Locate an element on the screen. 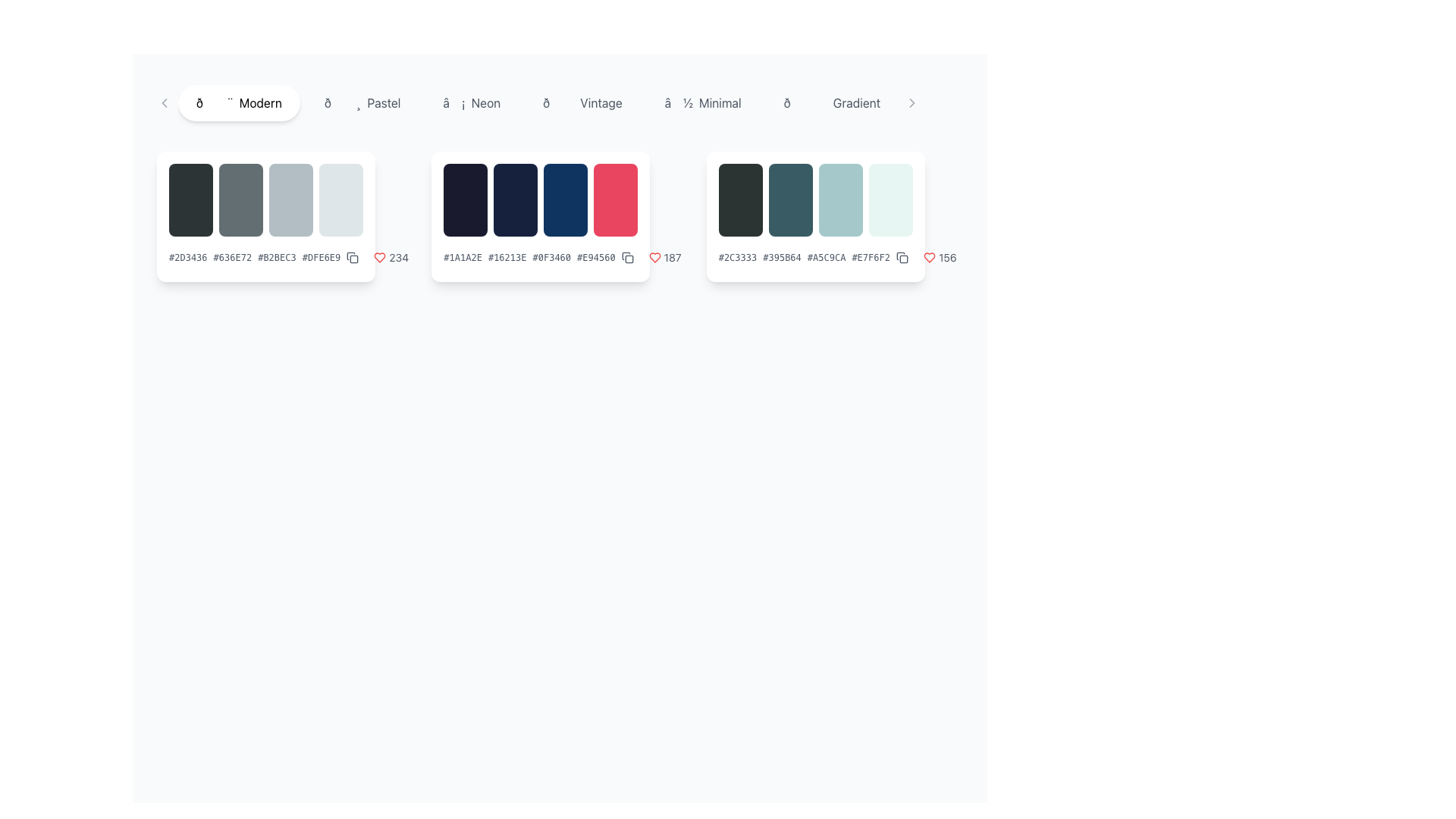 The width and height of the screenshot is (1456, 819). the central navigation bar is located at coordinates (538, 102).